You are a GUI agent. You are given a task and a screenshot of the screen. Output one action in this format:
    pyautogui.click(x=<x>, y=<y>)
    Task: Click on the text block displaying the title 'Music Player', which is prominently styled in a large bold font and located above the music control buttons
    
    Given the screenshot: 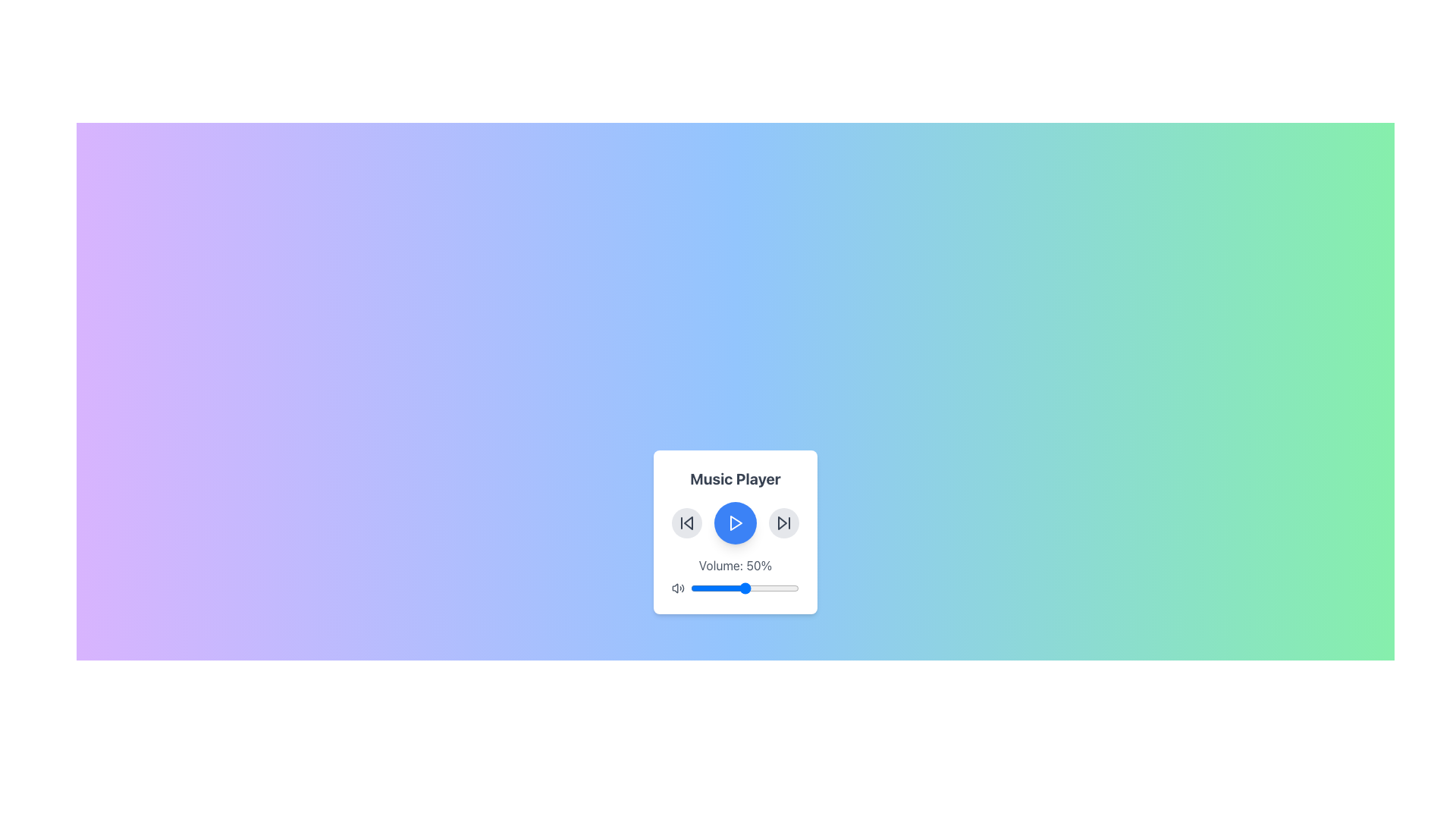 What is the action you would take?
    pyautogui.click(x=735, y=479)
    